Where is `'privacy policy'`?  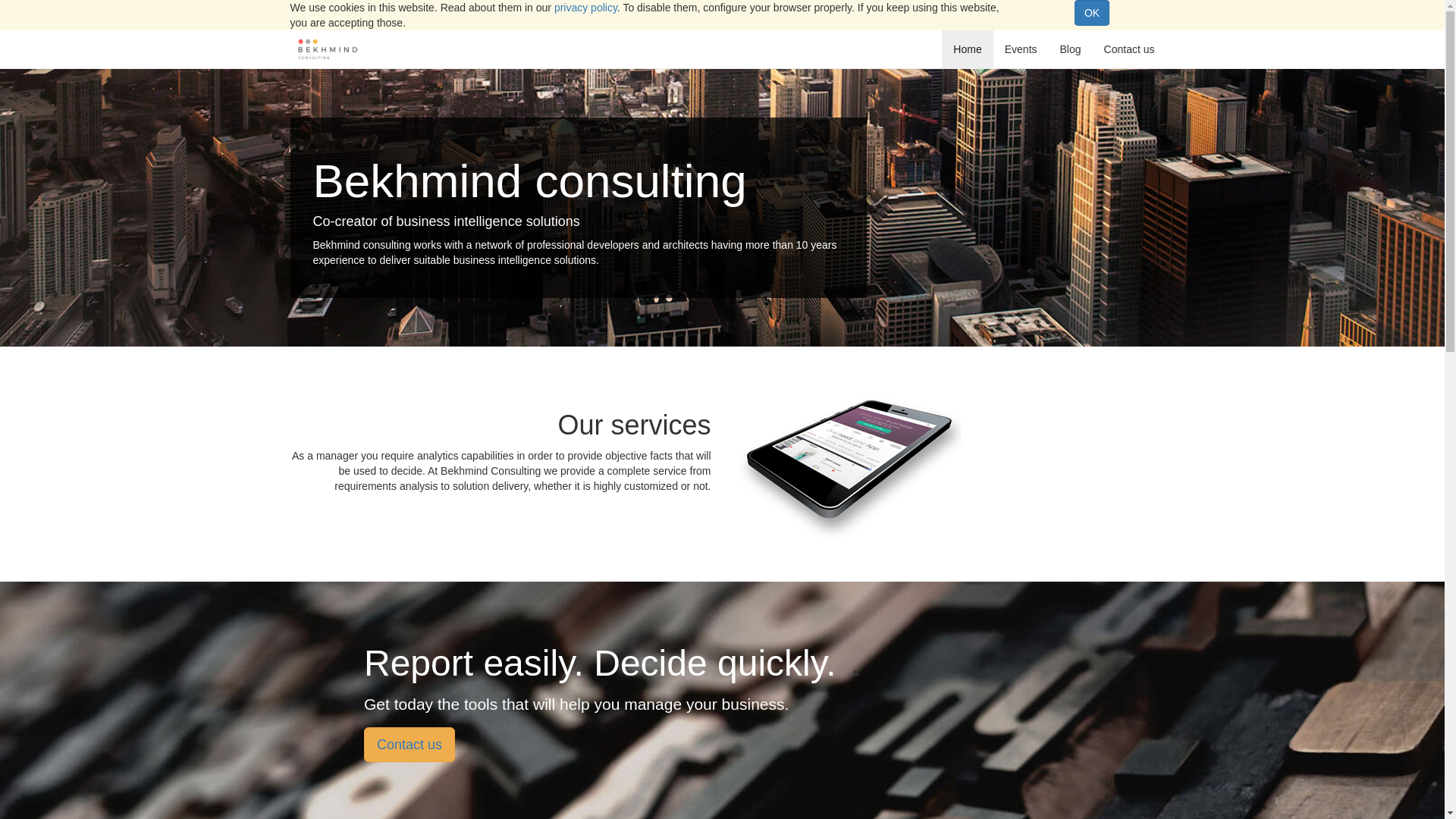 'privacy policy' is located at coordinates (585, 8).